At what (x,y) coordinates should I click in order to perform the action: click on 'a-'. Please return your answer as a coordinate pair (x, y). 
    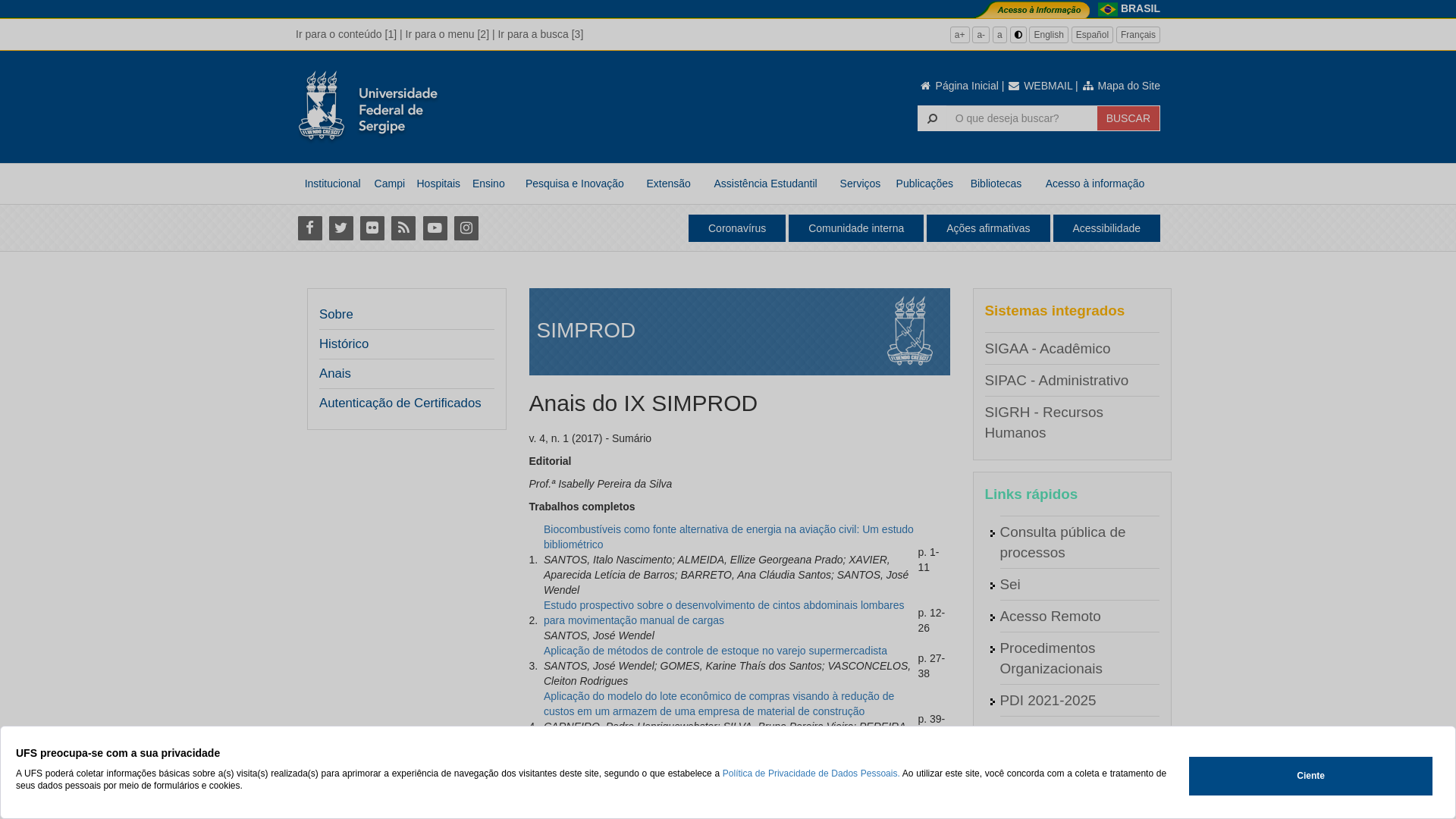
    Looking at the image, I should click on (981, 34).